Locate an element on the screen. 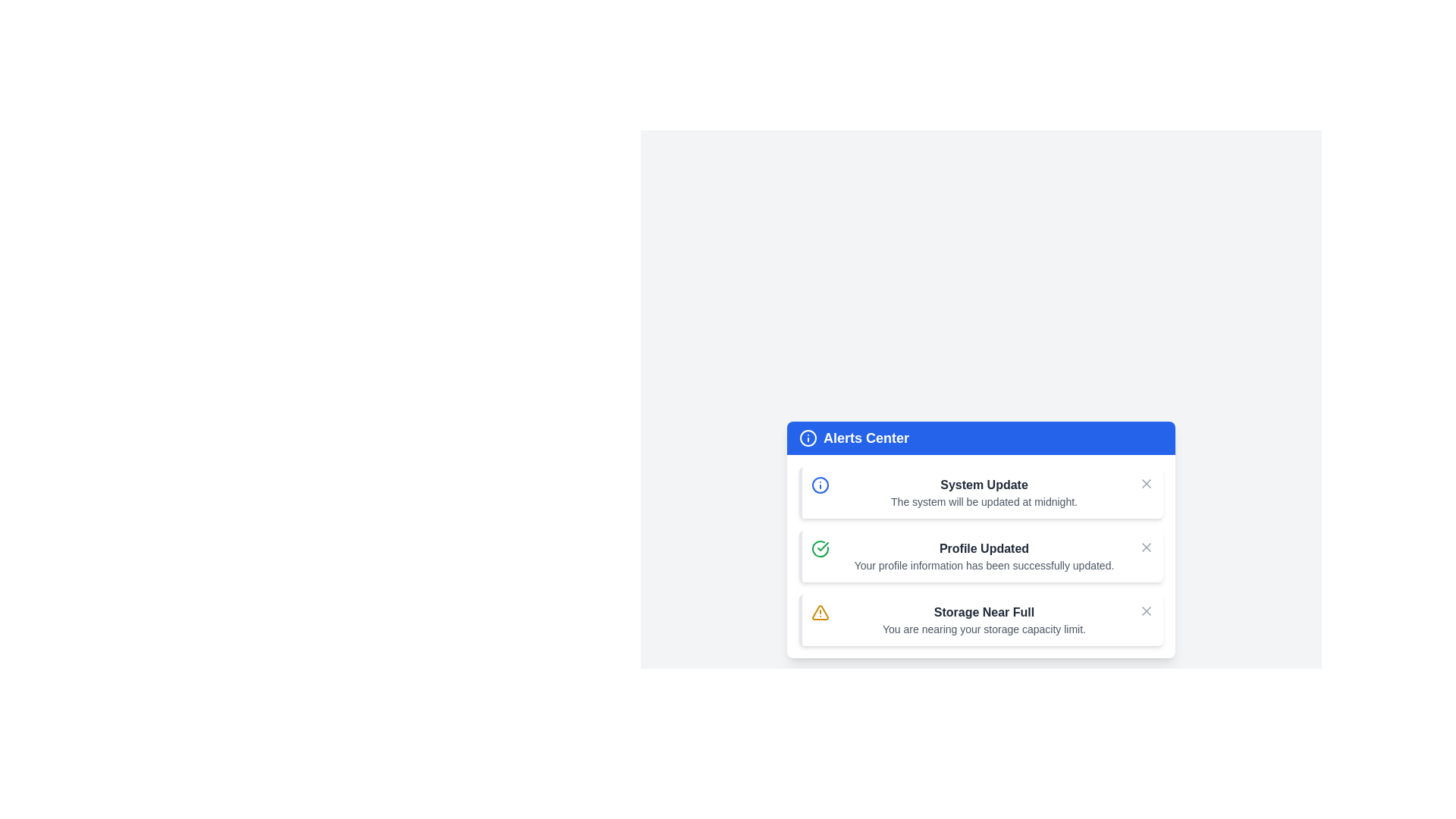  the circular icon in the 'System Update' alert section, which serves as a graphical indicator for the alert type is located at coordinates (807, 438).